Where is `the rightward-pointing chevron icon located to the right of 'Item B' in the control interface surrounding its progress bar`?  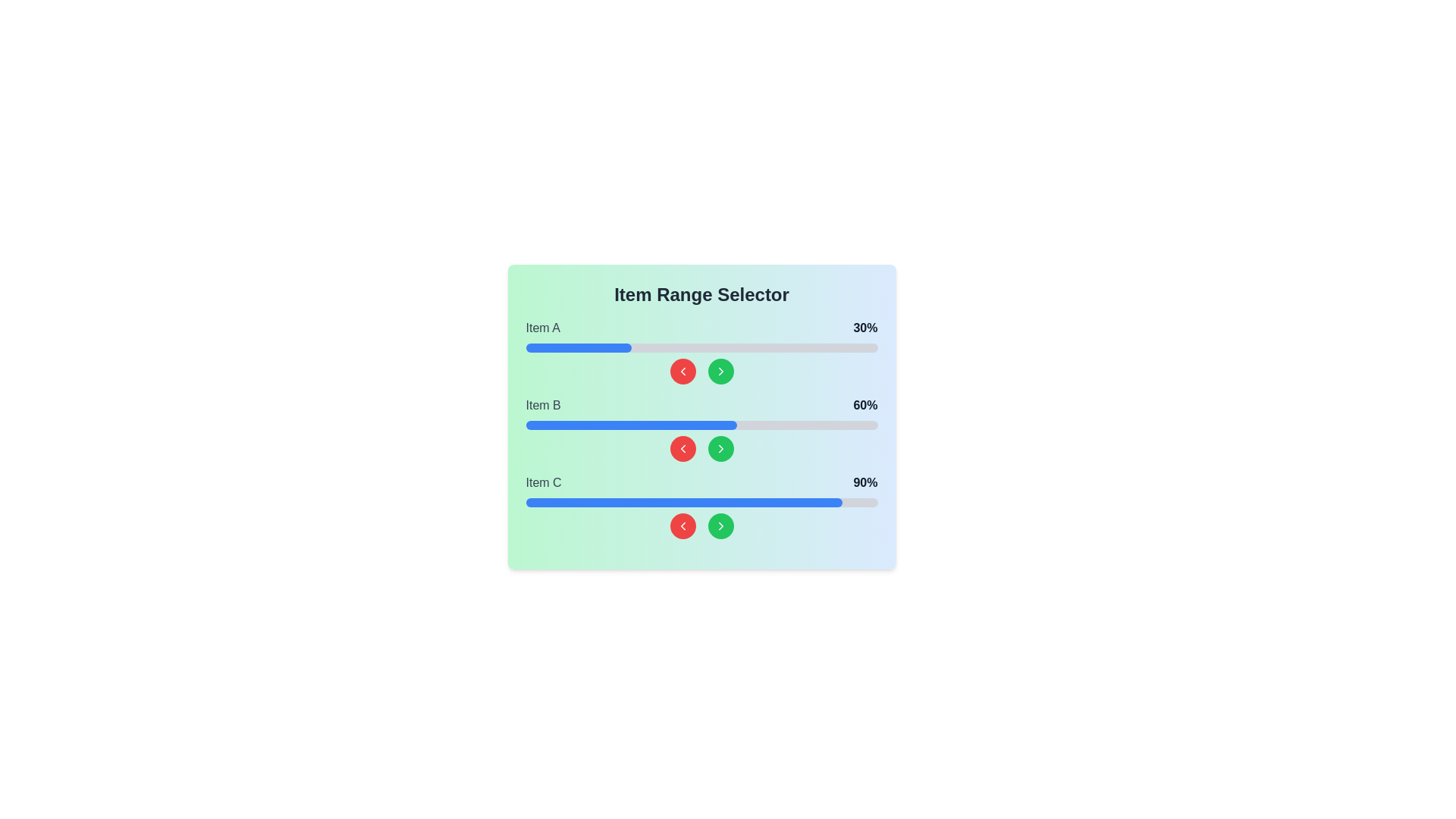
the rightward-pointing chevron icon located to the right of 'Item B' in the control interface surrounding its progress bar is located at coordinates (720, 371).